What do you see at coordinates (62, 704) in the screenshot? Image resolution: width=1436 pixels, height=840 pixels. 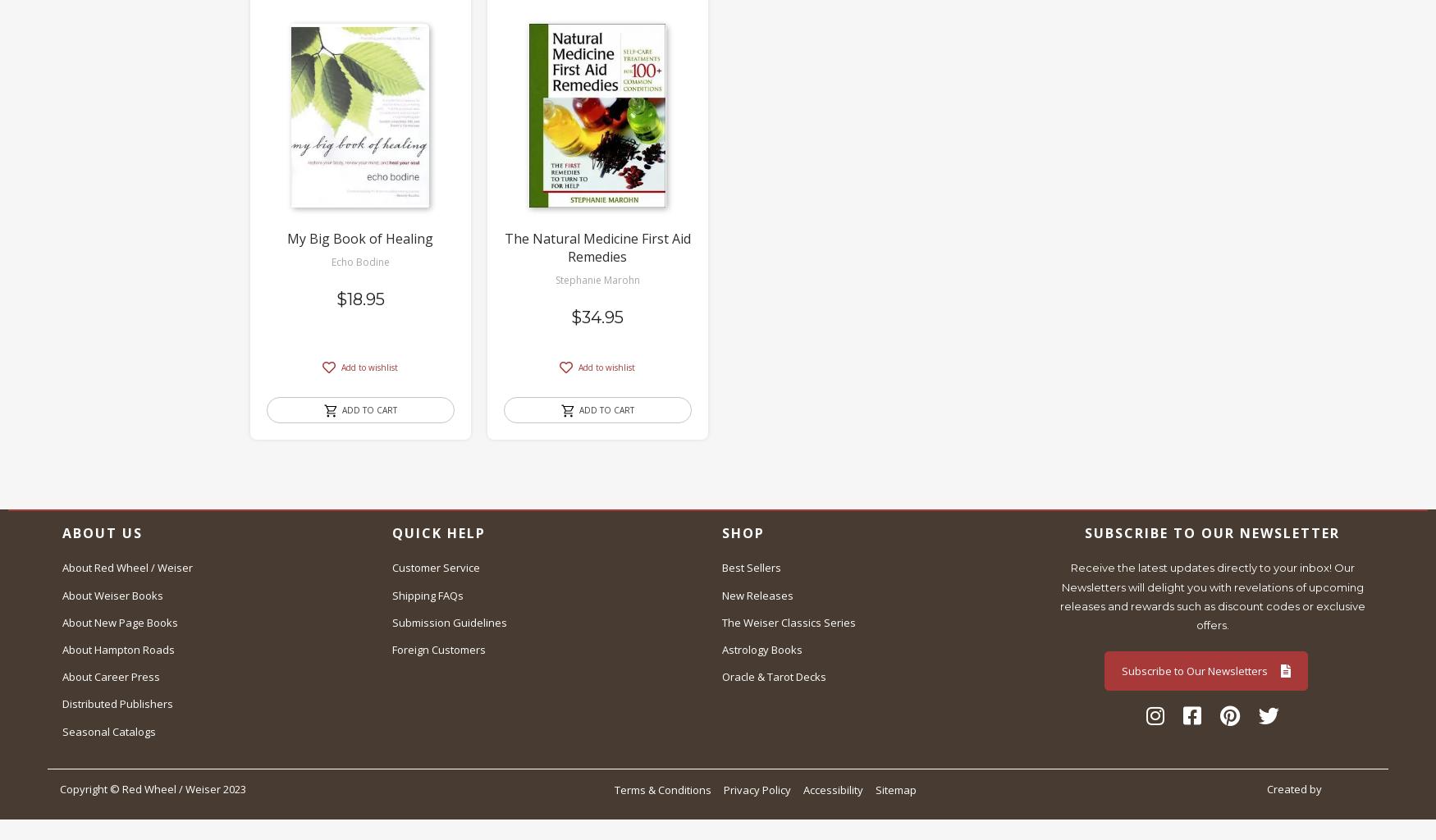 I see `'Distributed Publishers'` at bounding box center [62, 704].